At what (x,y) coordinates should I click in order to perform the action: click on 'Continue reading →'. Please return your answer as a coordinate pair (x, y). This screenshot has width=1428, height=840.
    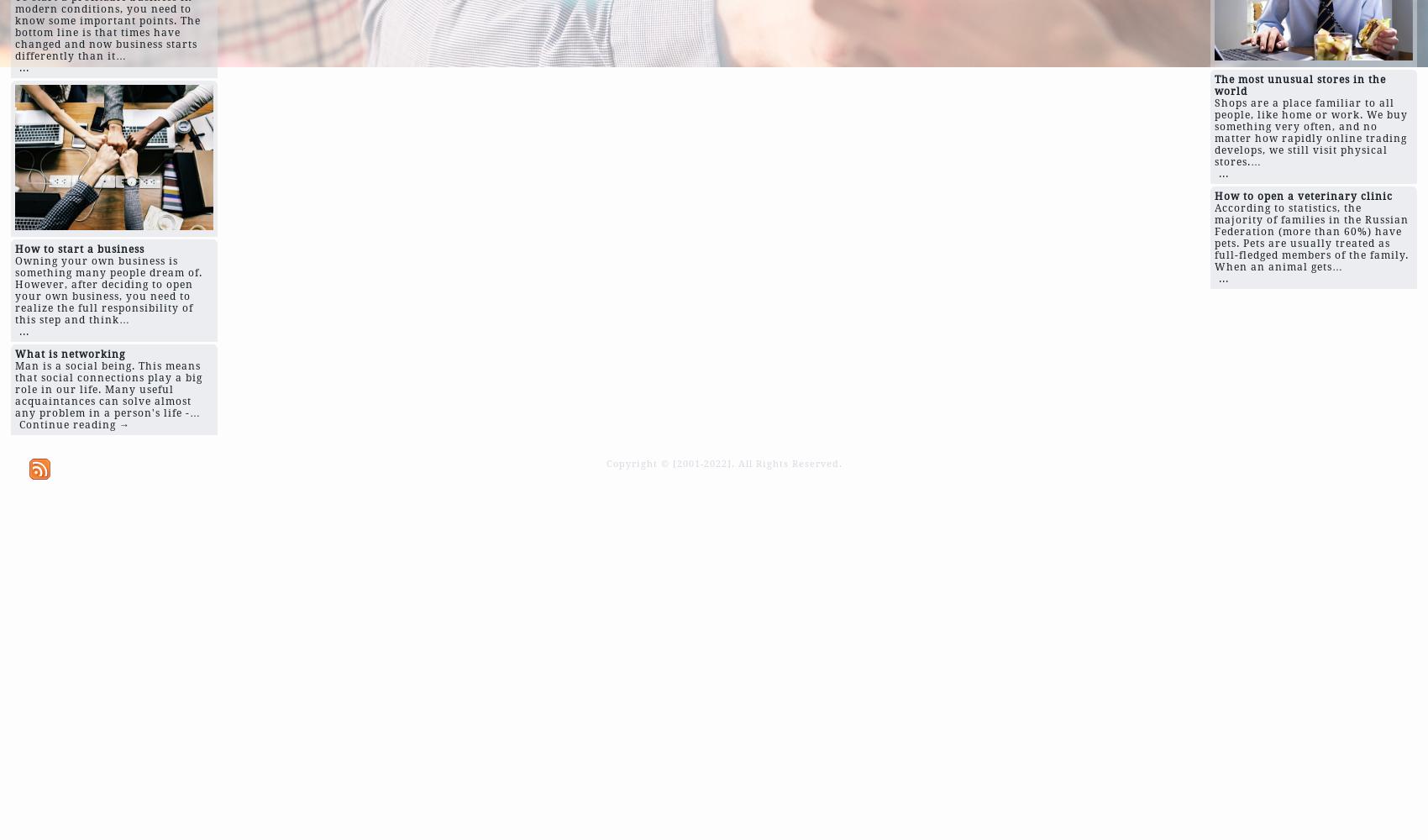
    Looking at the image, I should click on (18, 425).